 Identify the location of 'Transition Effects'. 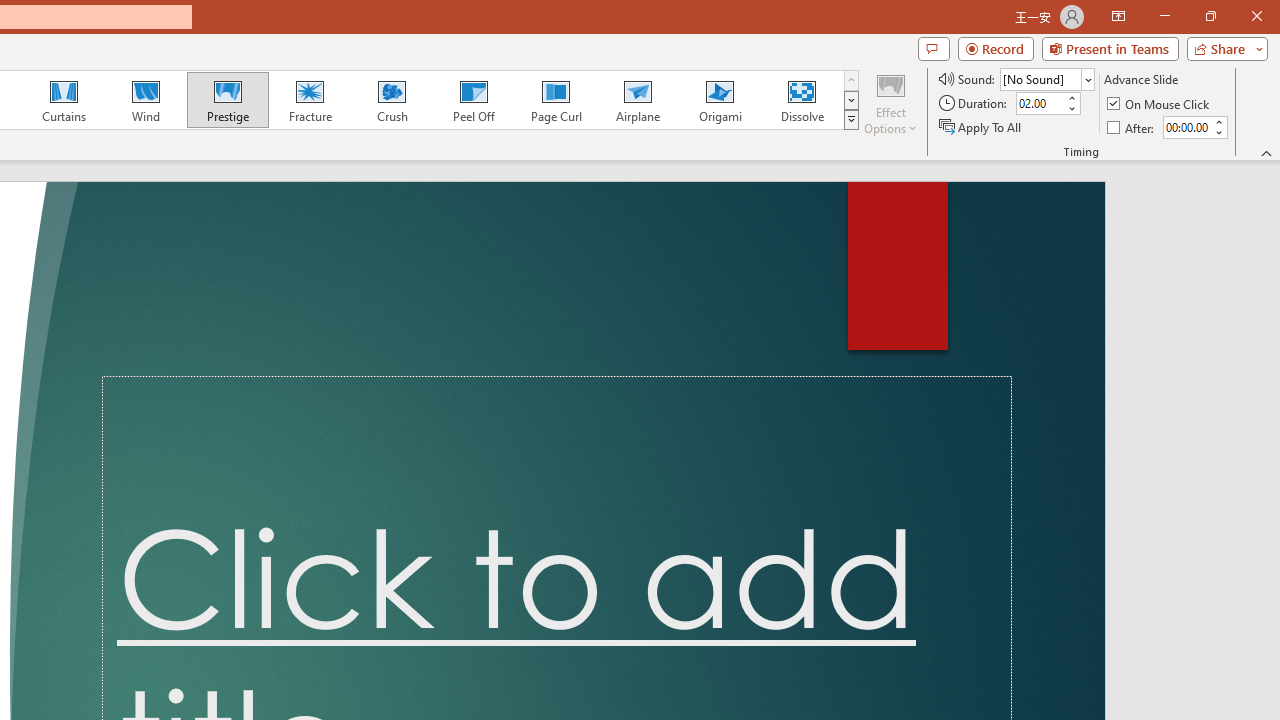
(851, 120).